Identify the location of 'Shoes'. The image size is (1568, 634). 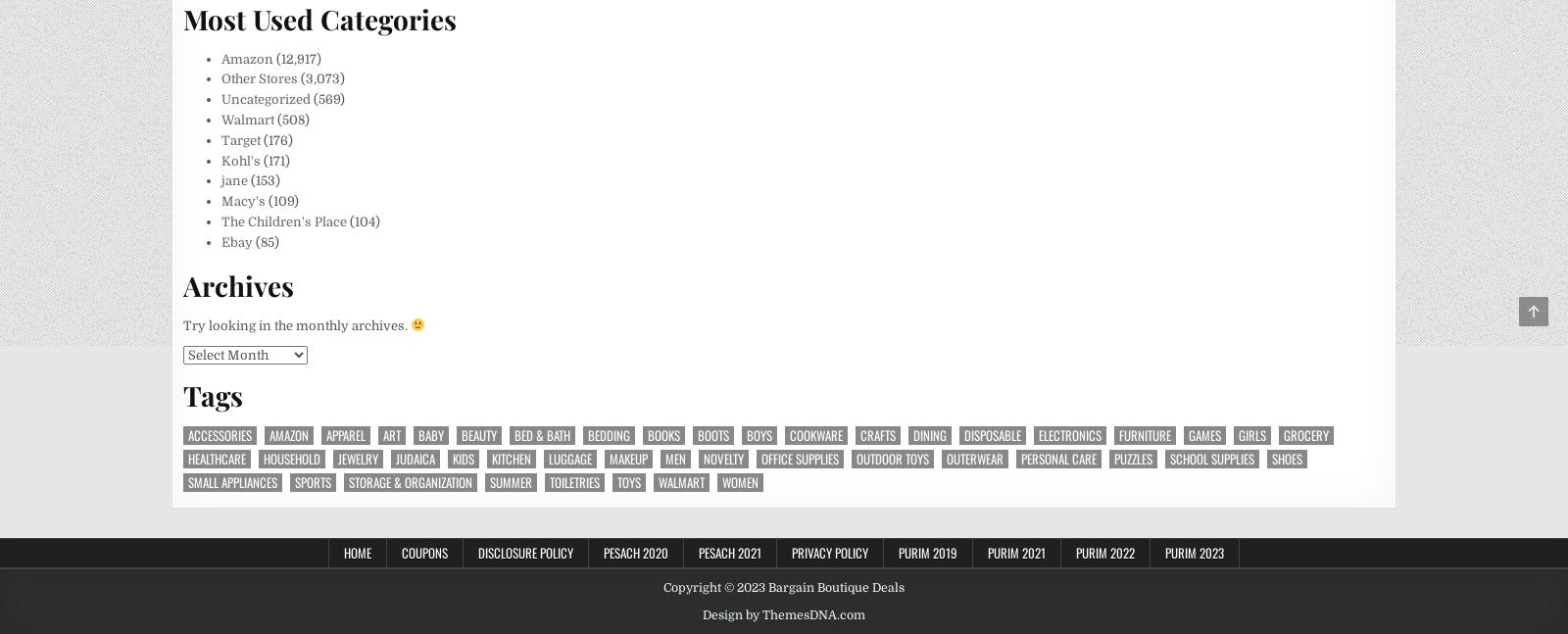
(1286, 457).